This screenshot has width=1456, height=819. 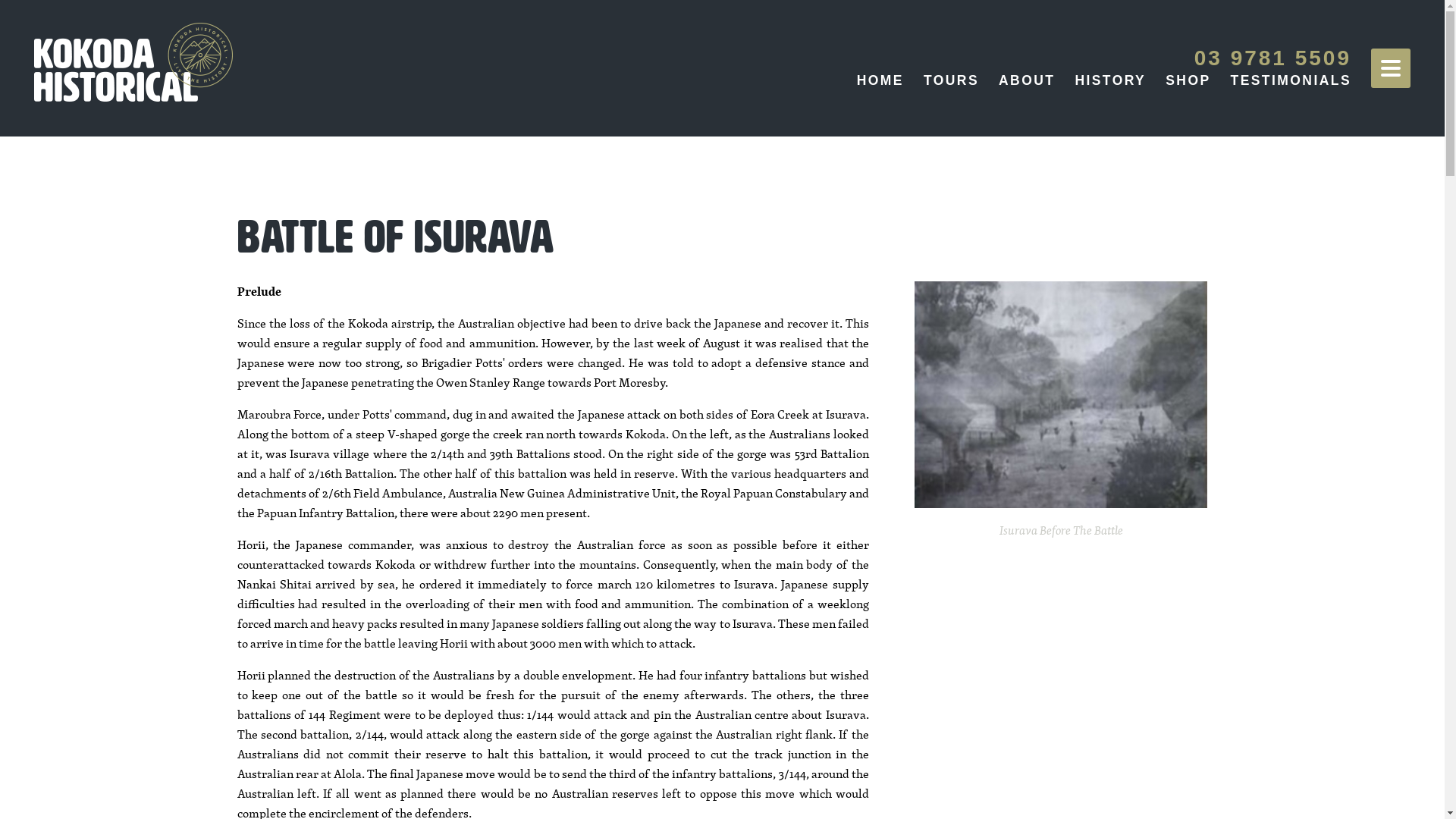 I want to click on 'Isurava Before The Battle', so click(x=1060, y=394).